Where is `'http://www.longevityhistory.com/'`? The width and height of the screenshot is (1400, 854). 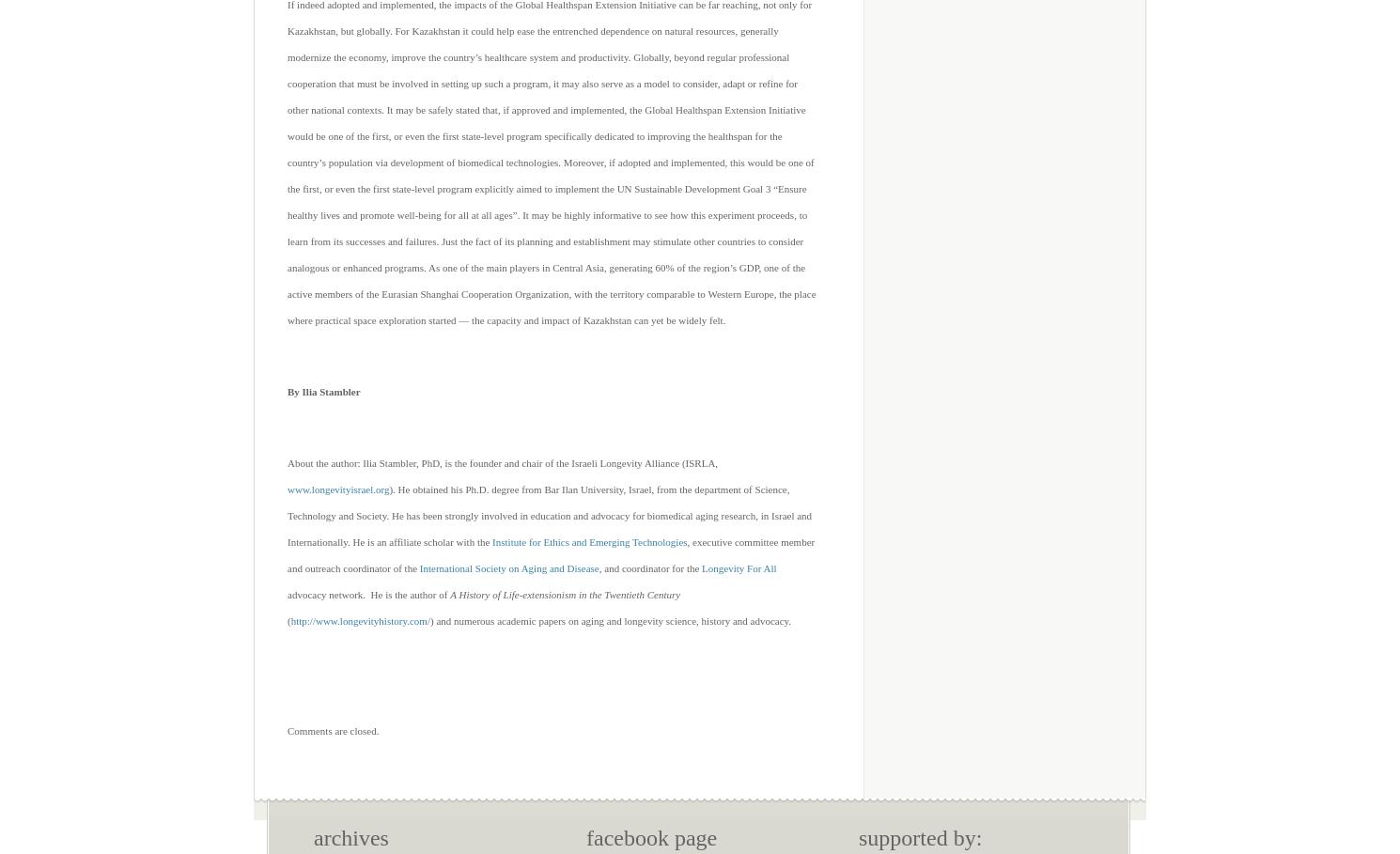
'http://www.longevityhistory.com/' is located at coordinates (359, 620).